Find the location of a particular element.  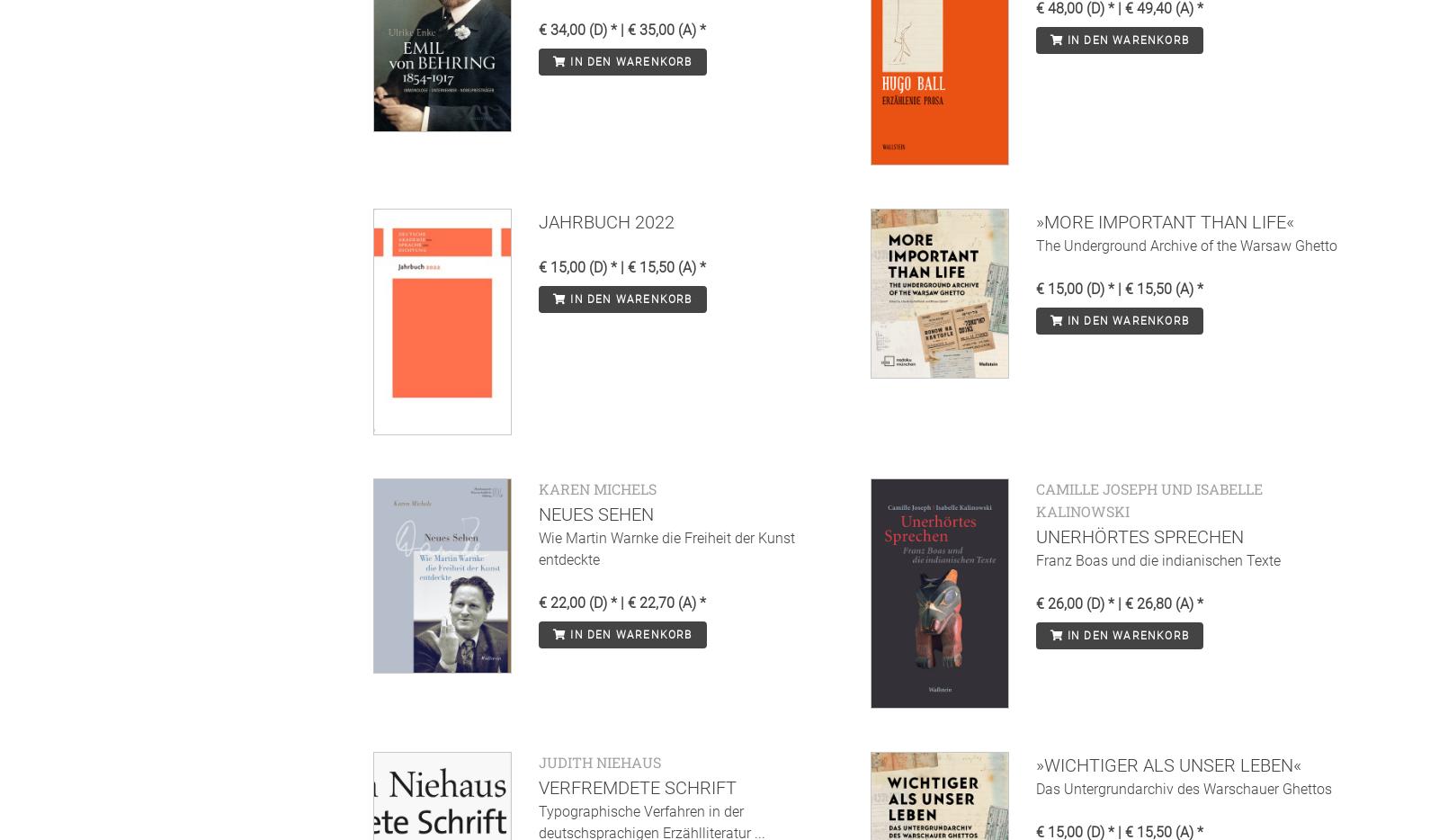

'Neues Sehen' is located at coordinates (596, 512).